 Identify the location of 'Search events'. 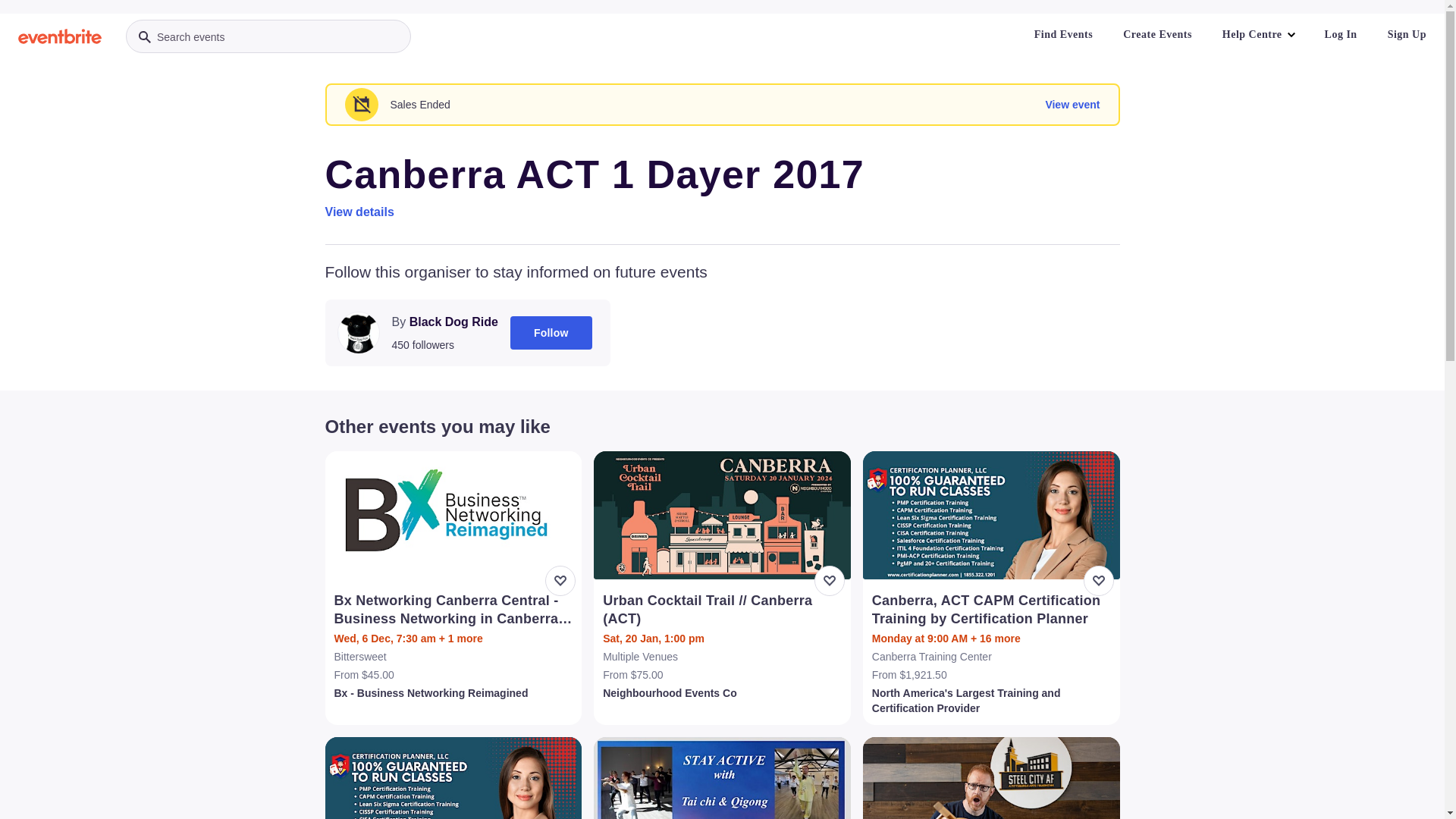
(268, 35).